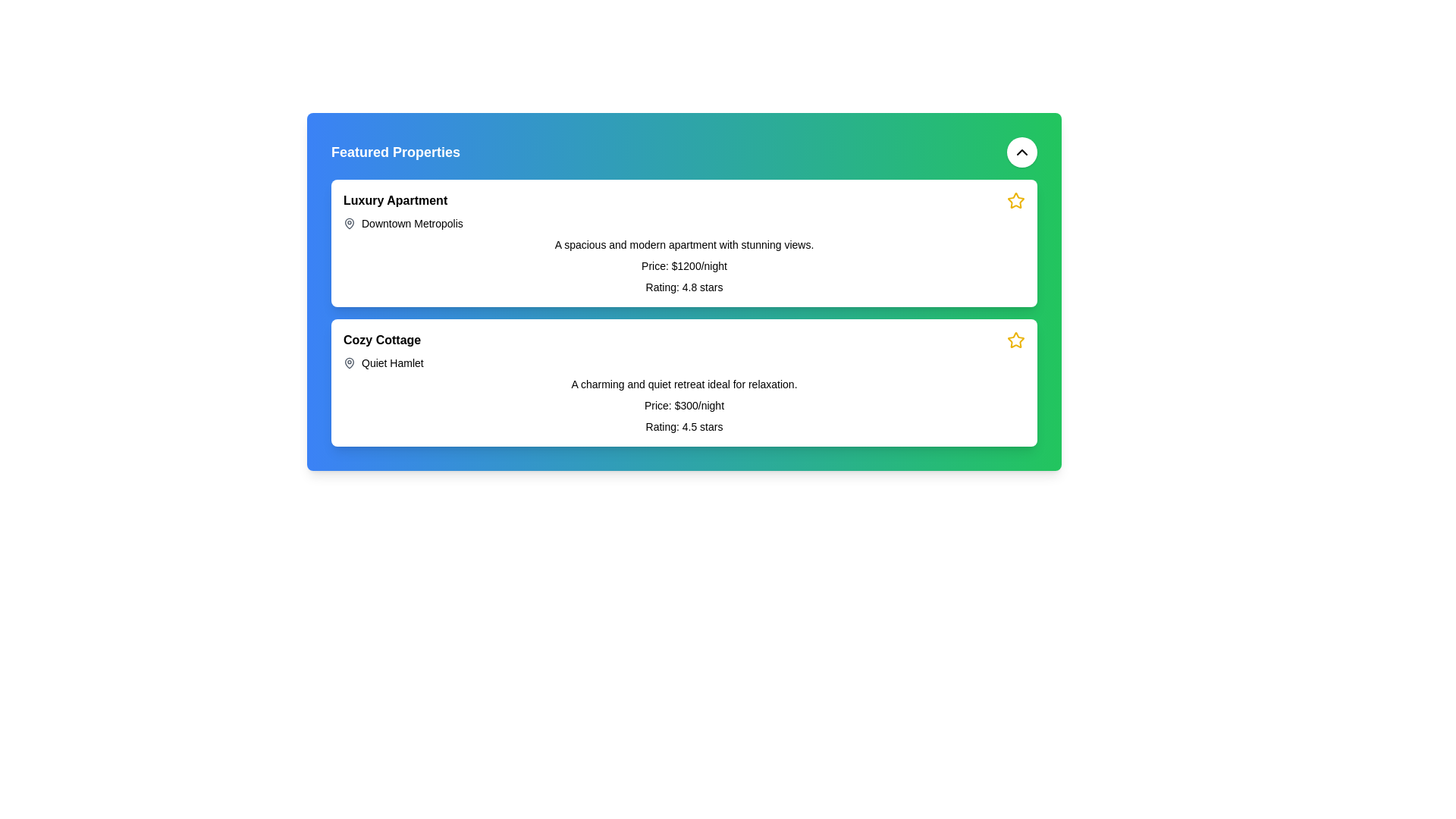 This screenshot has width=1456, height=819. I want to click on the button located at the top-right corner of the 'Featured Properties' section, so click(1022, 152).